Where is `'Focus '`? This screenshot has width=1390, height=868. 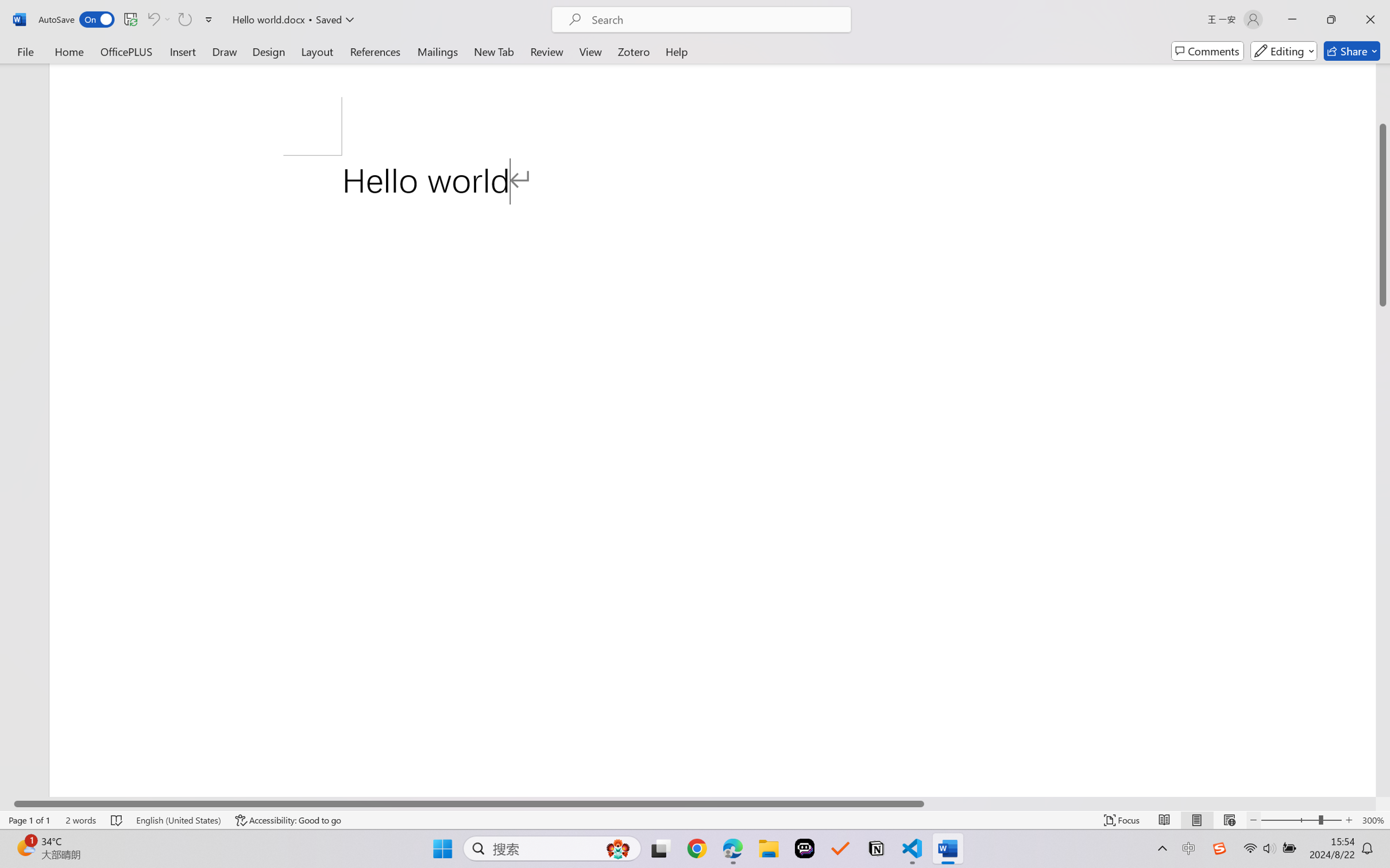
'Focus ' is located at coordinates (1122, 820).